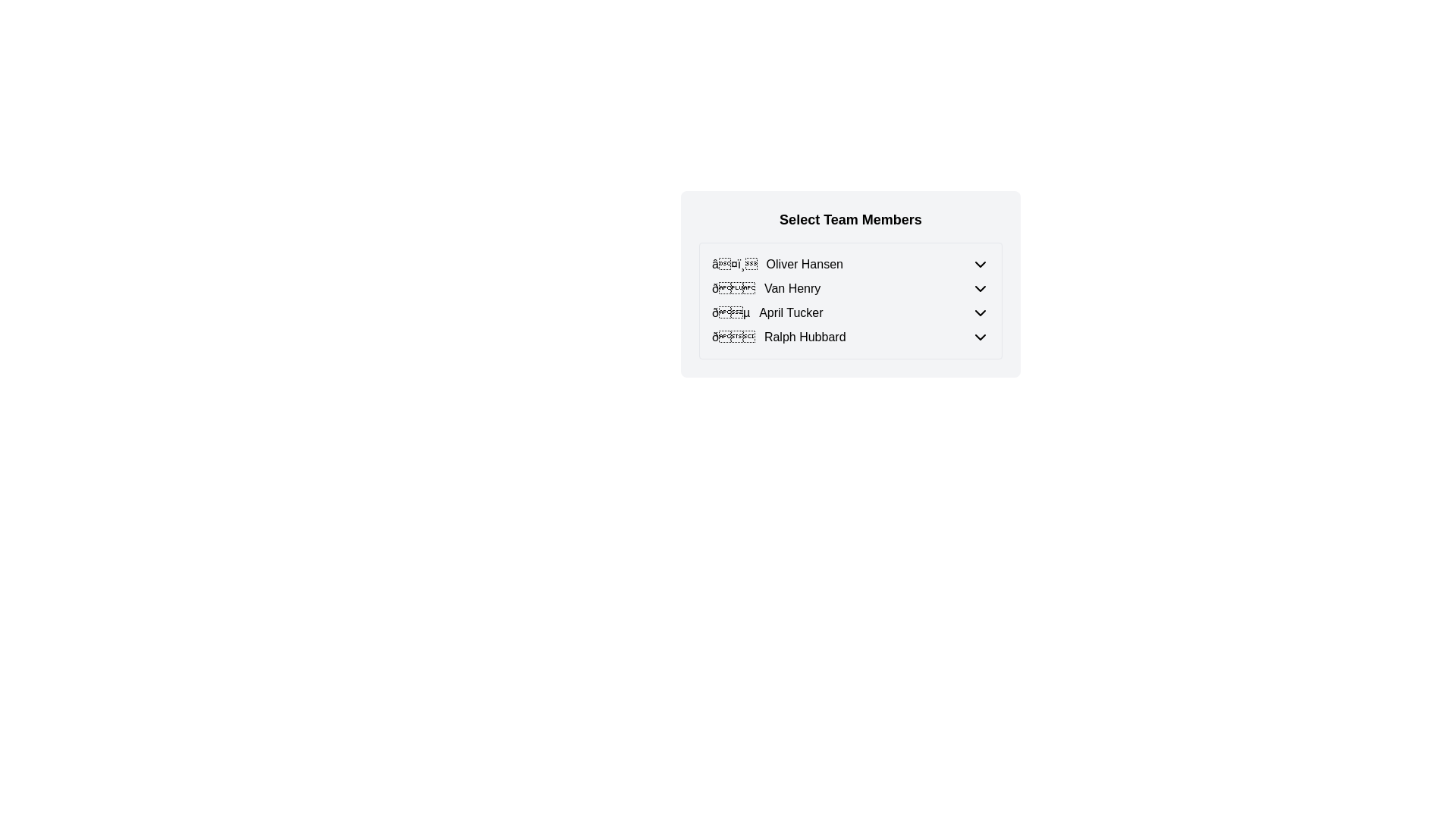 This screenshot has height=819, width=1456. What do you see at coordinates (733, 336) in the screenshot?
I see `the decorative book emoji icon located to the left of the name 'Ralph Hubbard' in the bottom-most row of the selectable team members list` at bounding box center [733, 336].